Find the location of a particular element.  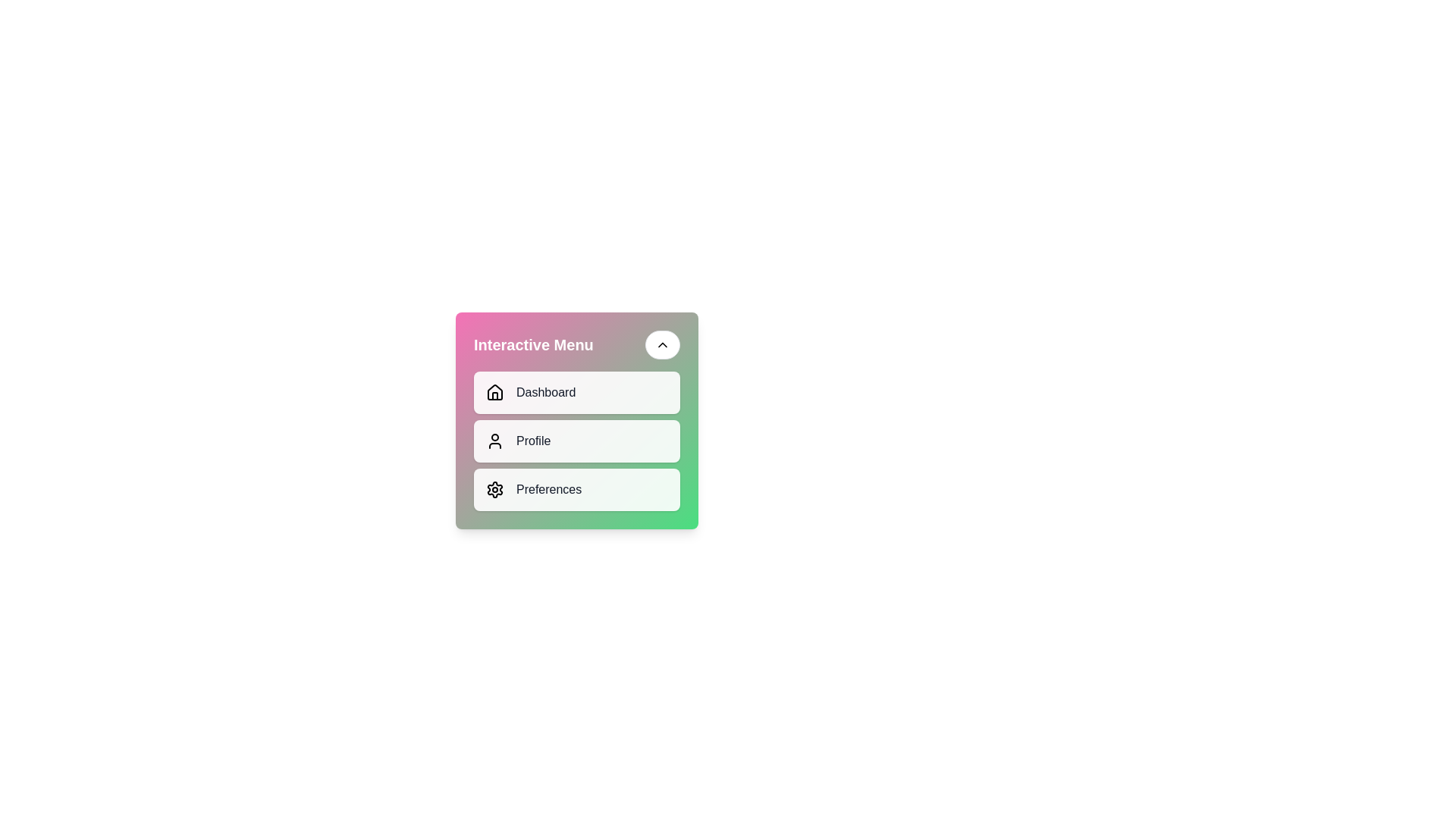

the settings icon located within the 'Preferences' button in the third row of the interactive menu is located at coordinates (494, 489).